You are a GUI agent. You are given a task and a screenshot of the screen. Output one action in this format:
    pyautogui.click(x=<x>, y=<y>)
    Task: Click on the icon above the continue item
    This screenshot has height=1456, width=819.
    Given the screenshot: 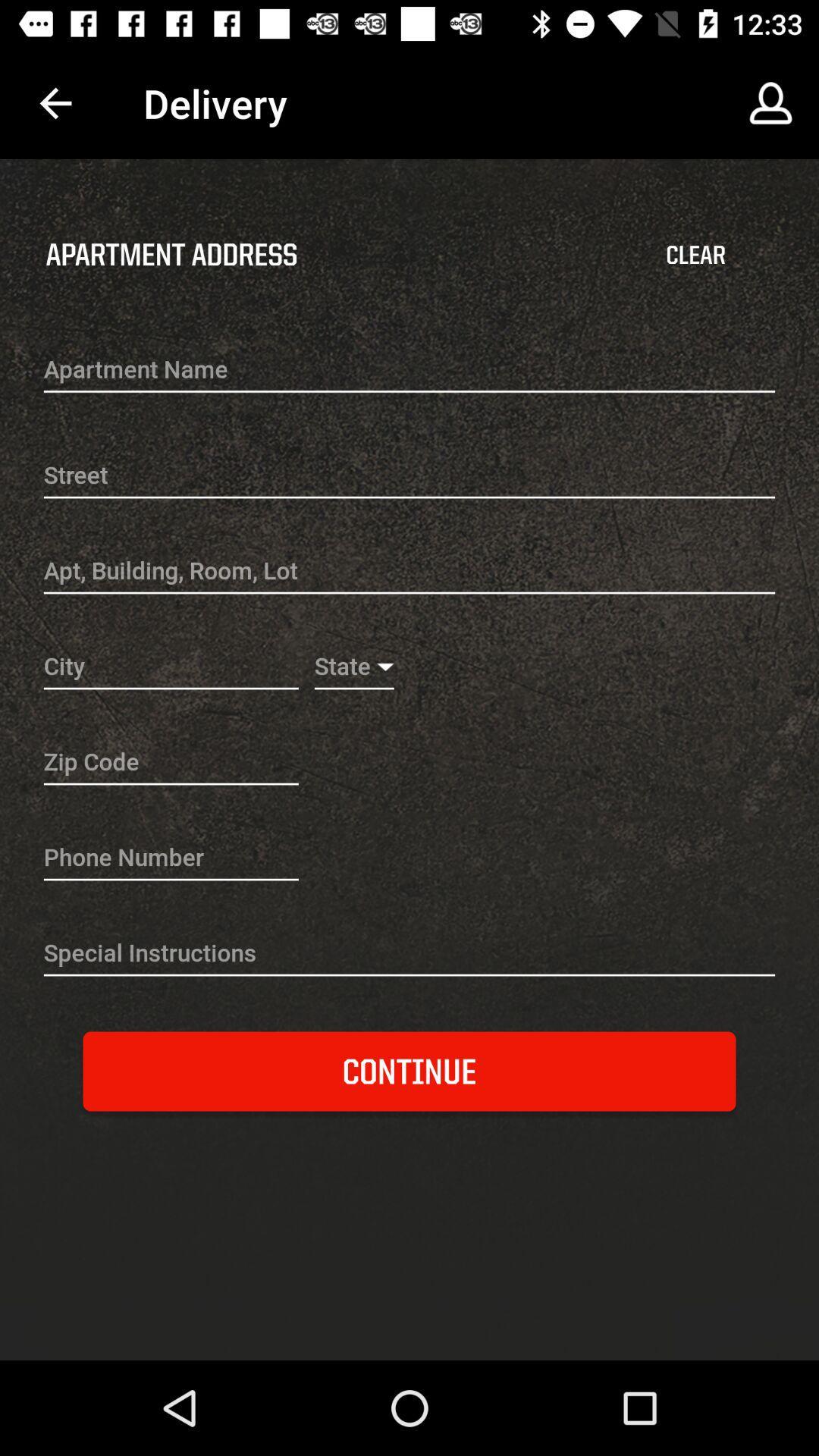 What is the action you would take?
    pyautogui.click(x=409, y=954)
    